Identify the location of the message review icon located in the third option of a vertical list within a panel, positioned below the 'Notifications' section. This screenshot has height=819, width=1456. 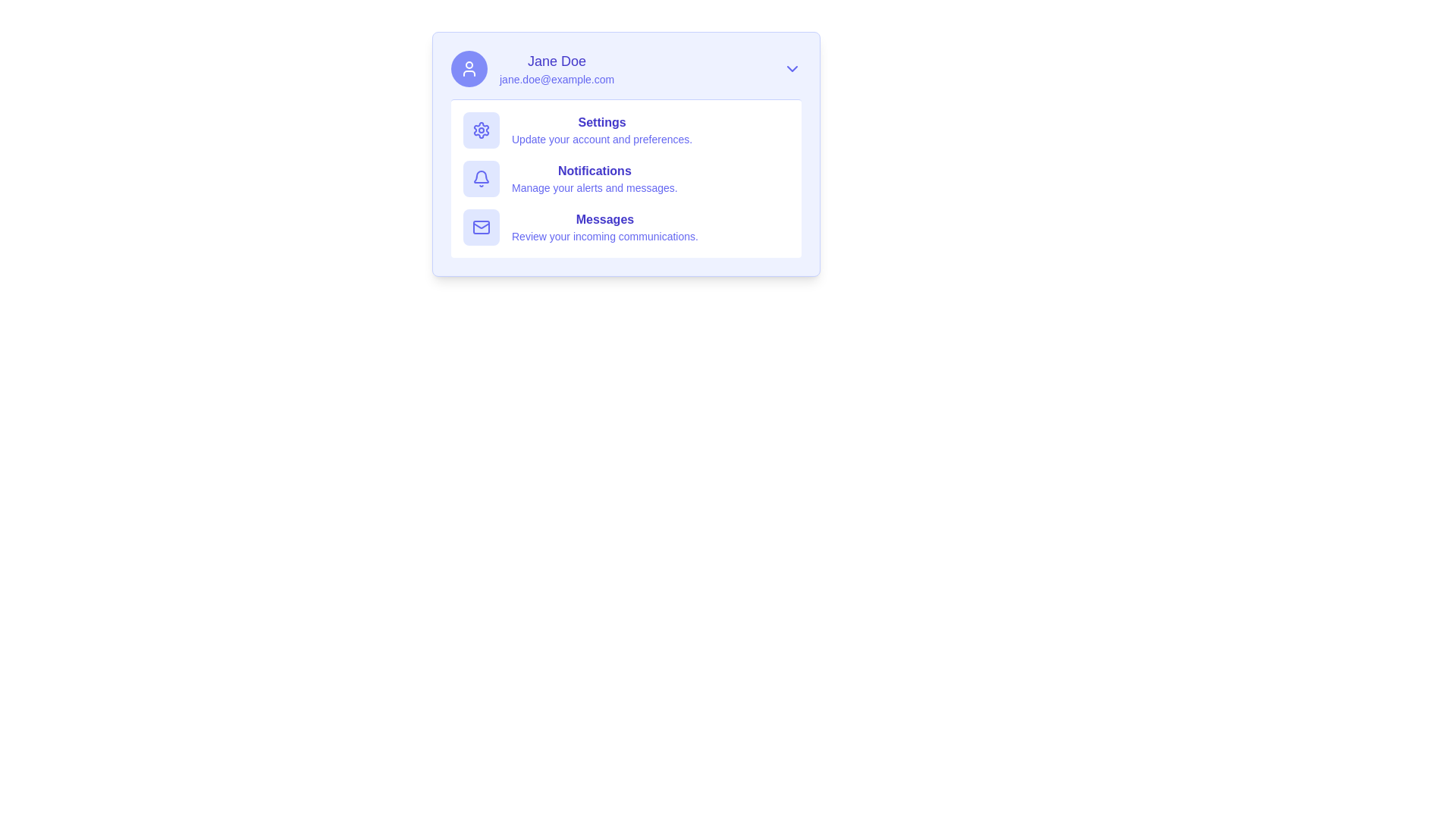
(626, 227).